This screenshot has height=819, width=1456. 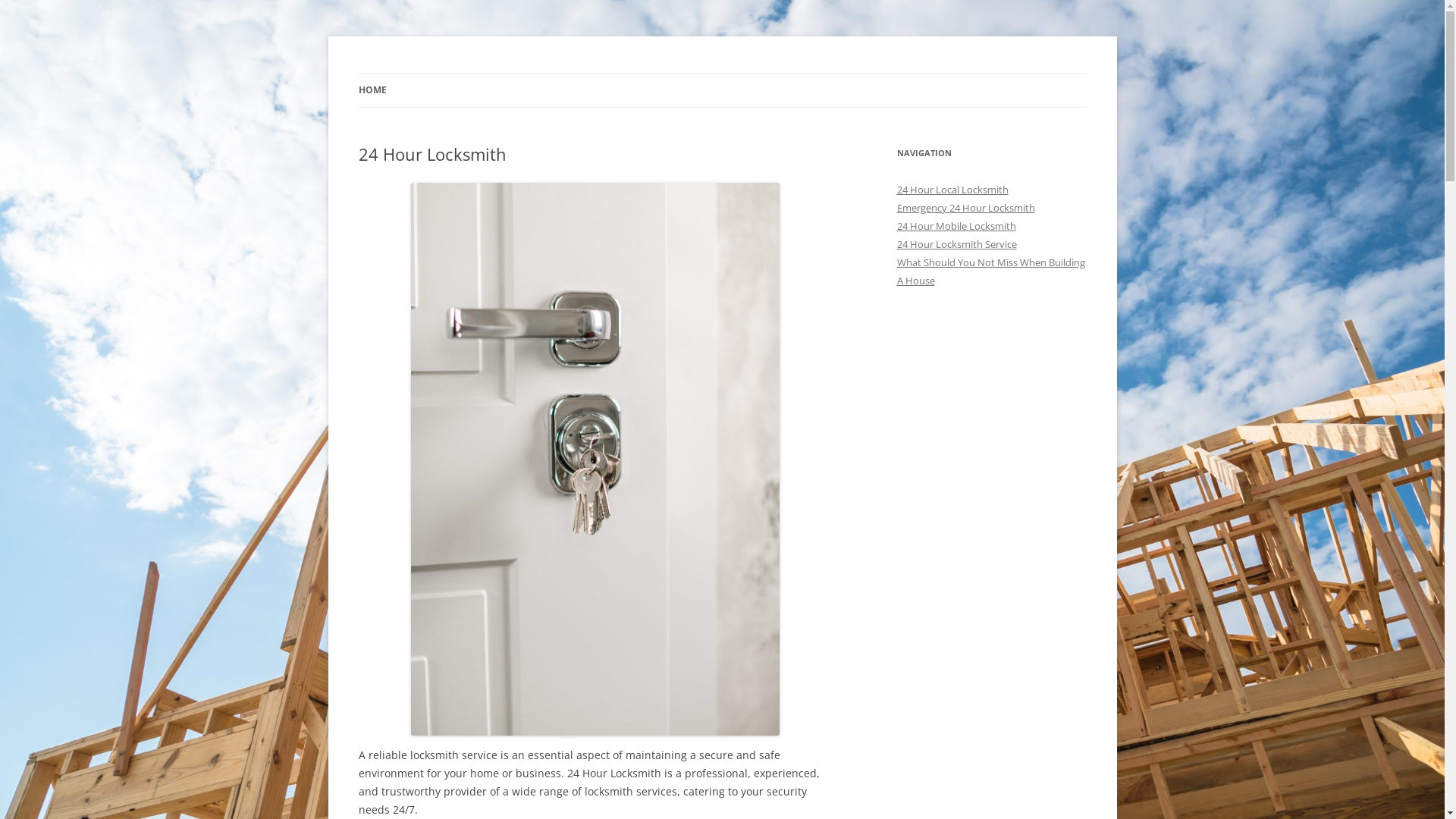 What do you see at coordinates (896, 243) in the screenshot?
I see `'24 Hour Locksmith Service'` at bounding box center [896, 243].